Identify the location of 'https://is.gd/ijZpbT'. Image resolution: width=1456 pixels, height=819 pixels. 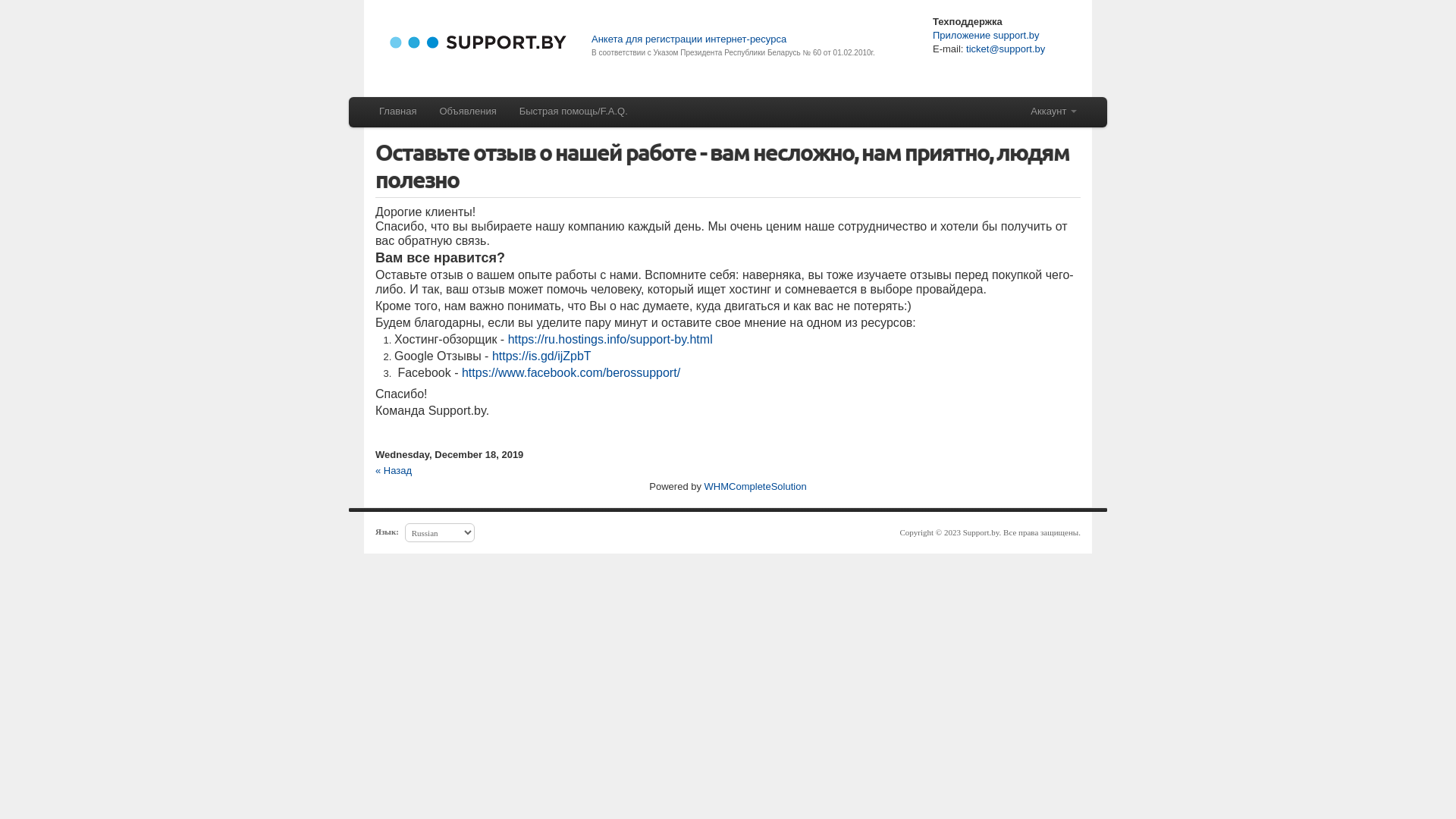
(541, 356).